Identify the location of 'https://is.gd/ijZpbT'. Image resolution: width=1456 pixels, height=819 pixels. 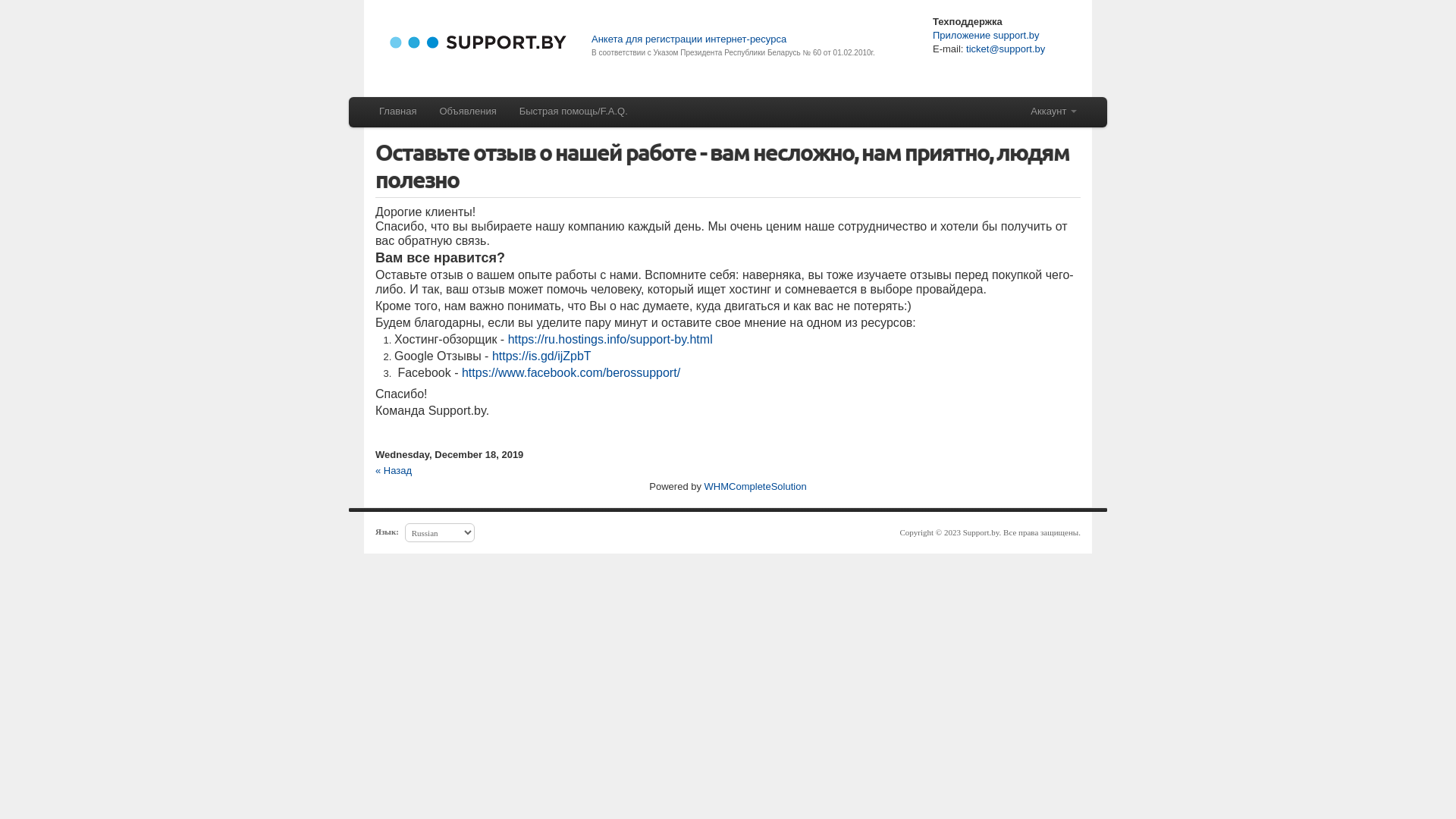
(541, 356).